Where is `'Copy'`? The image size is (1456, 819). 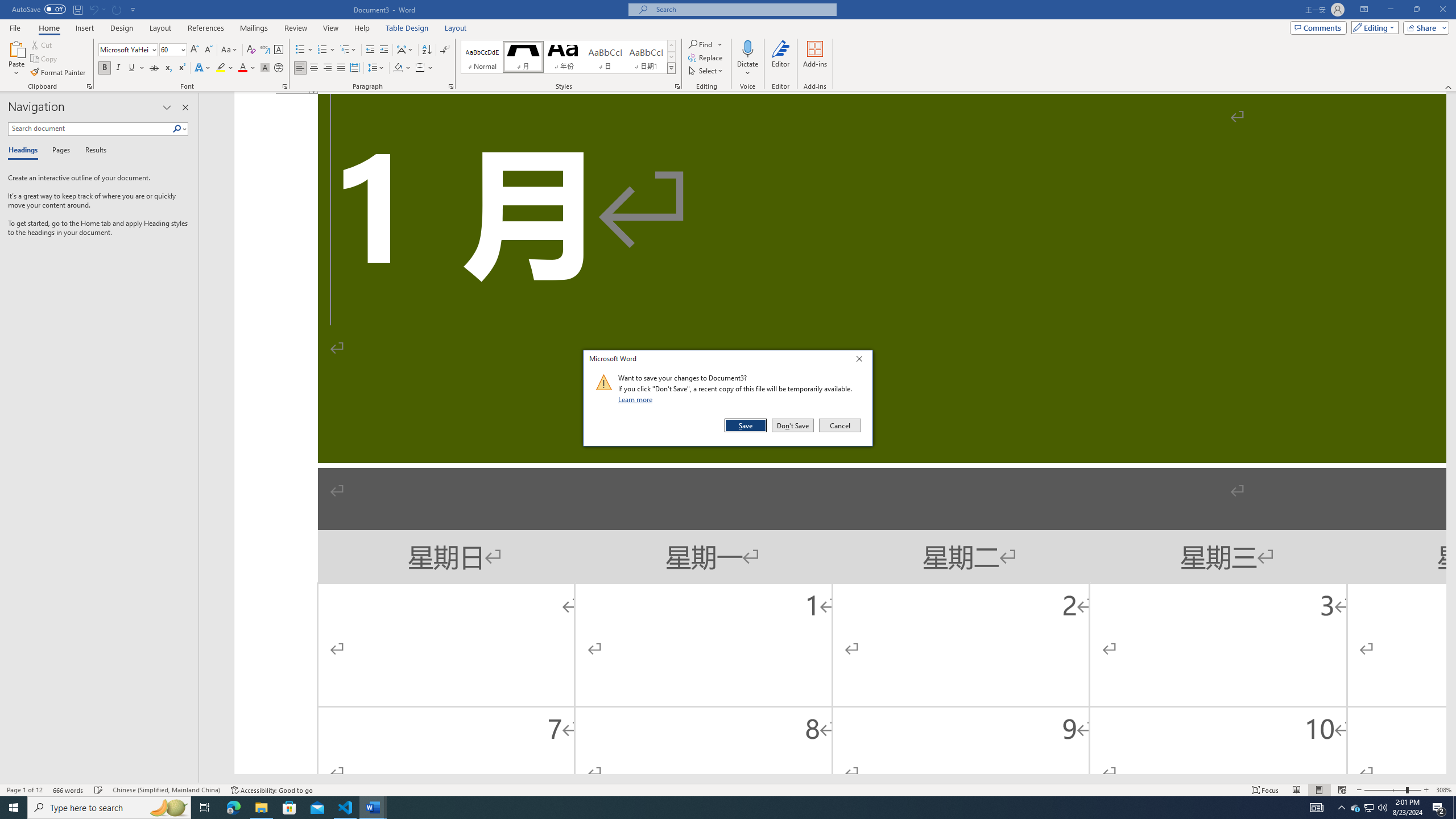 'Copy' is located at coordinates (44, 59).